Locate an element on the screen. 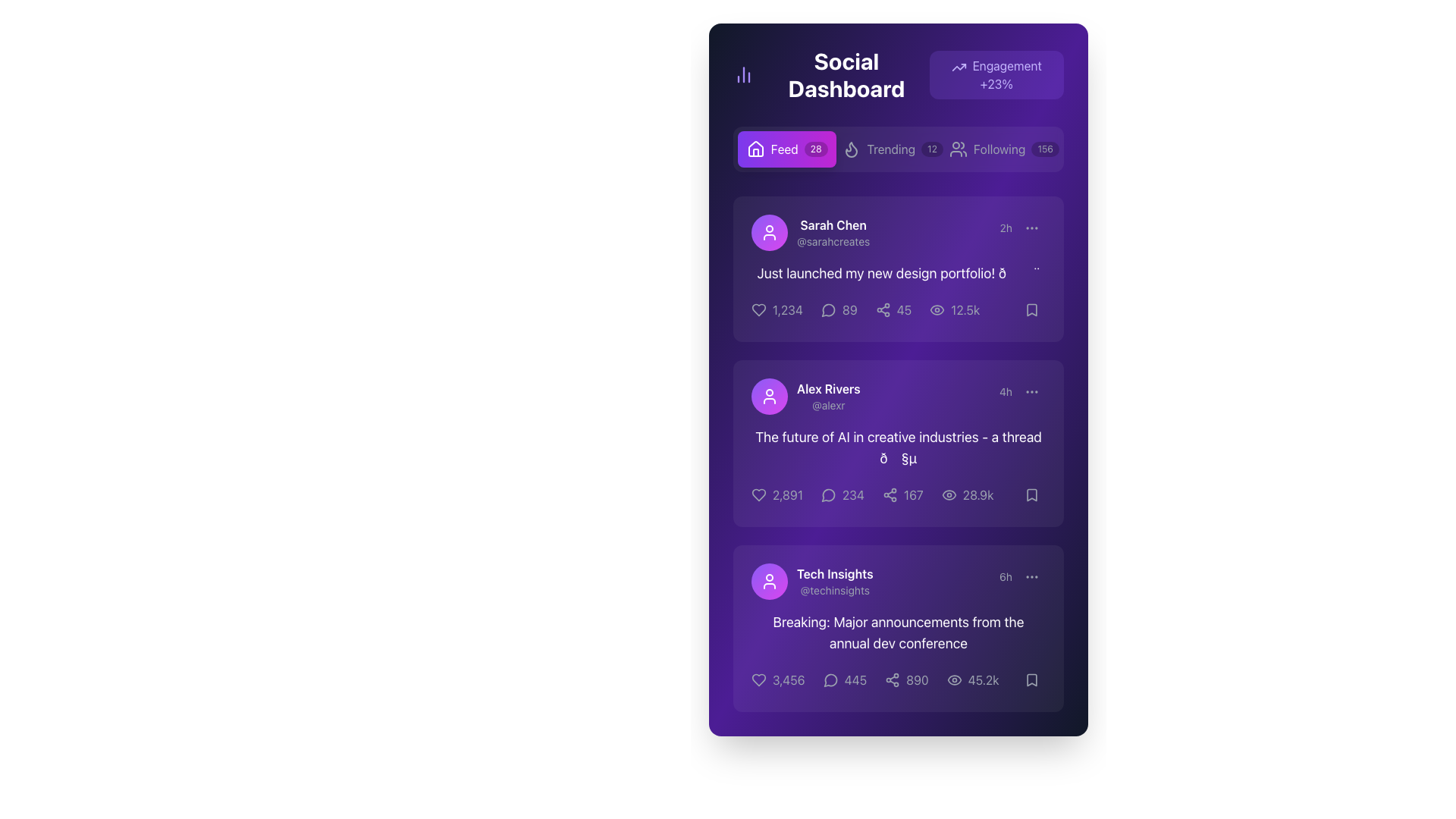 This screenshot has width=1456, height=819. the text label that displays the number of shares for the associated post, located at the bottom section of the third card in the vertical feed layout, positioned to the right of the share icon and to the left of the view count indicator is located at coordinates (916, 679).